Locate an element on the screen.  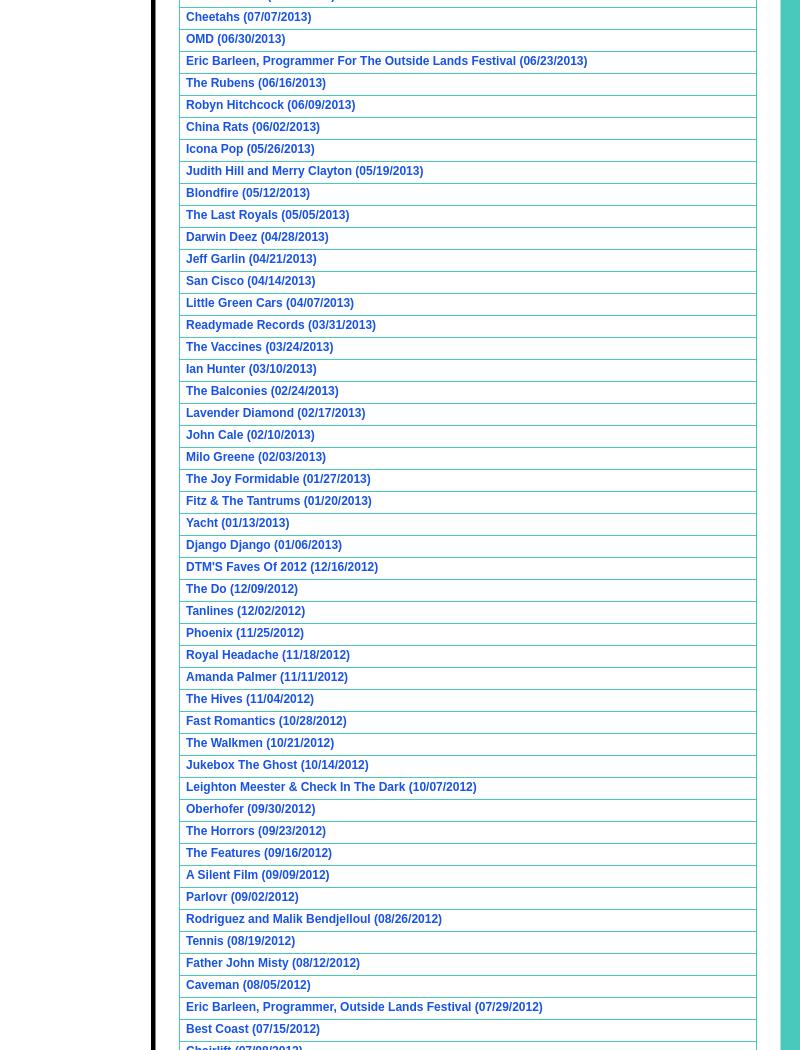
'Judith Hill and Merry Clayton (05/19/2013)' is located at coordinates (303, 171).